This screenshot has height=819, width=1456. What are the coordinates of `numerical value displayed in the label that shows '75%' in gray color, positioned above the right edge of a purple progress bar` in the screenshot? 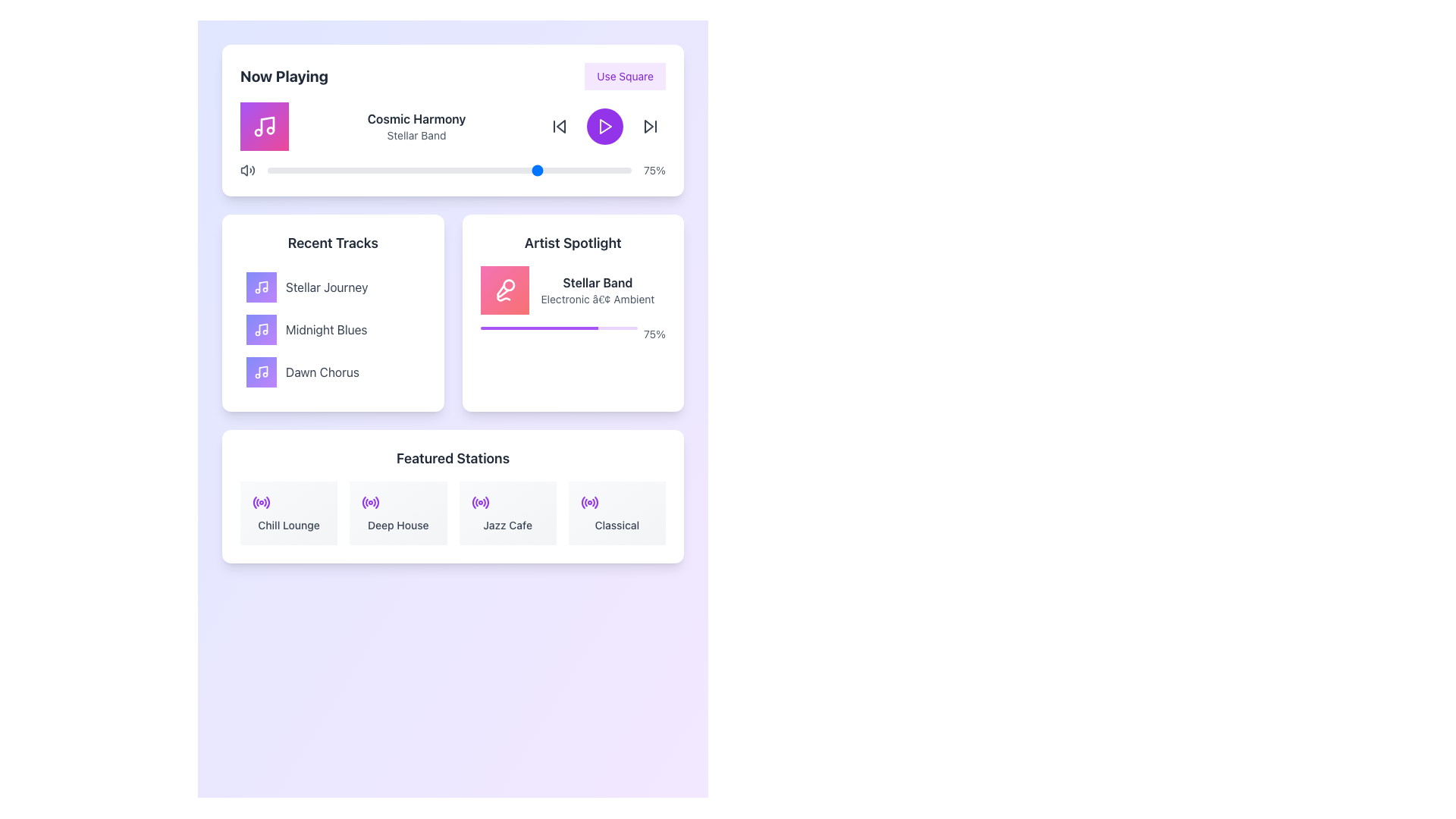 It's located at (654, 333).